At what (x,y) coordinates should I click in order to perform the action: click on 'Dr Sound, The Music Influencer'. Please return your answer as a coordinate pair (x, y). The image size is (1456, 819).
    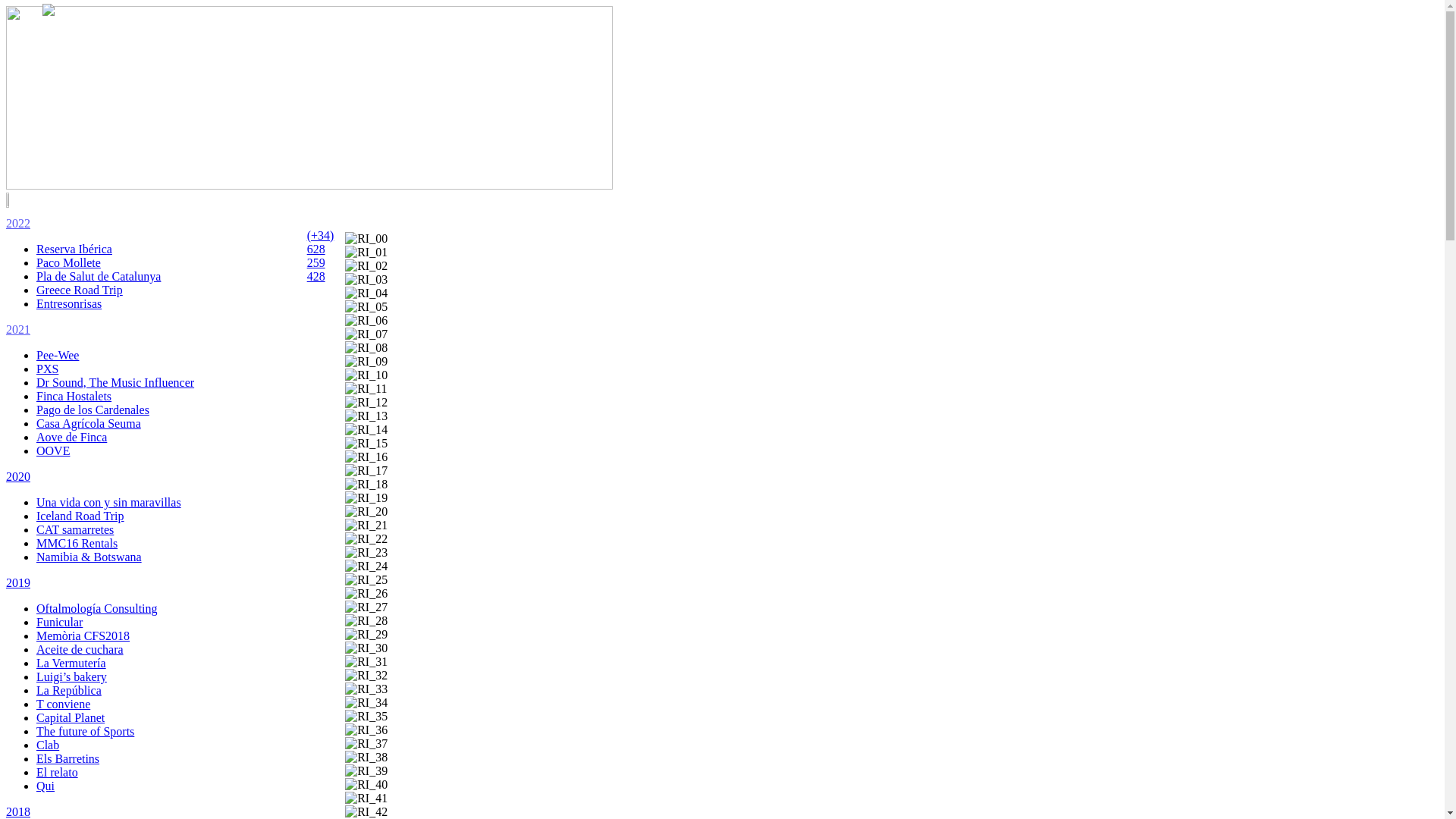
    Looking at the image, I should click on (115, 381).